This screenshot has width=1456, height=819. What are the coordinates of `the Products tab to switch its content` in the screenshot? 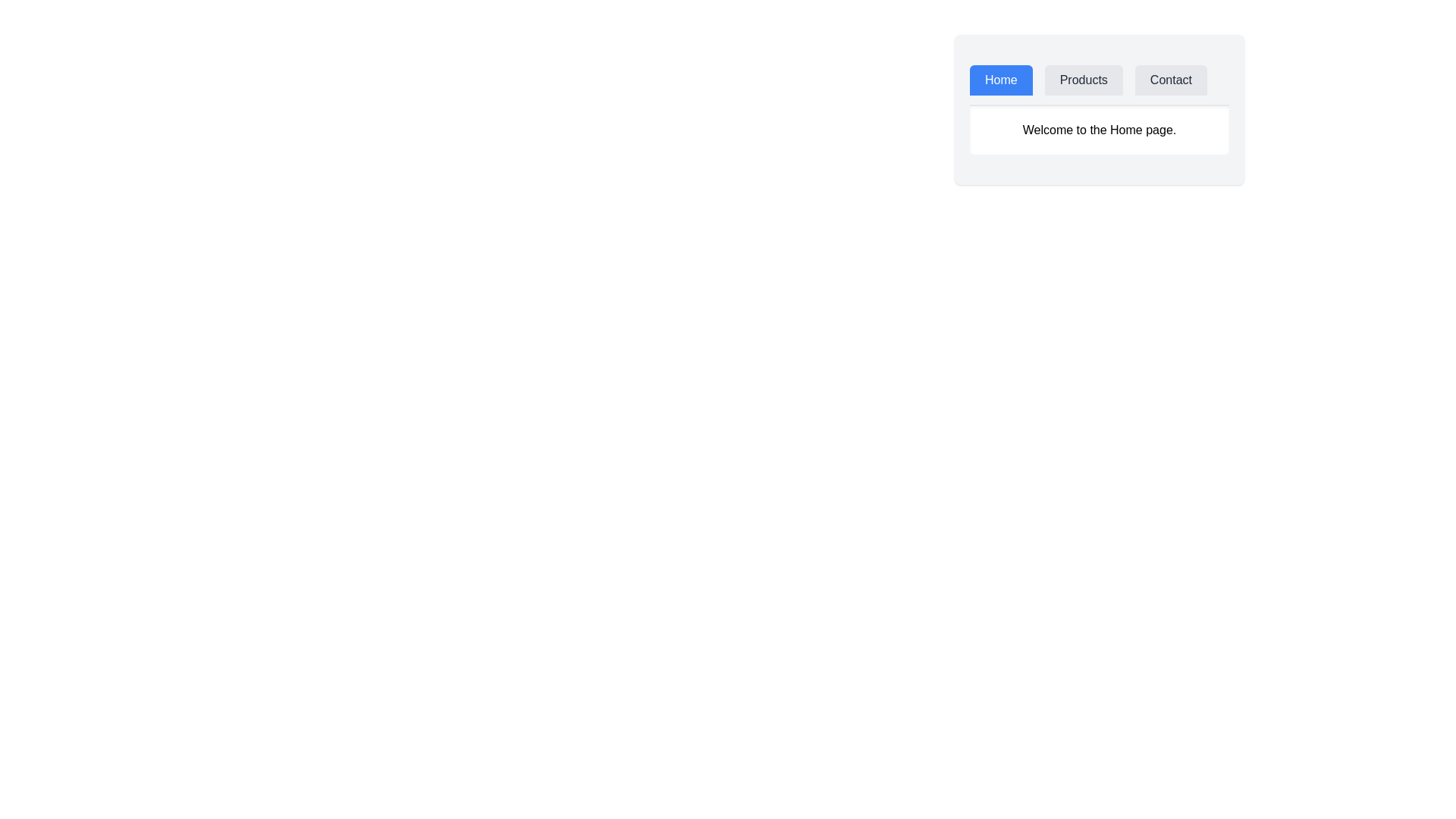 It's located at (1083, 80).